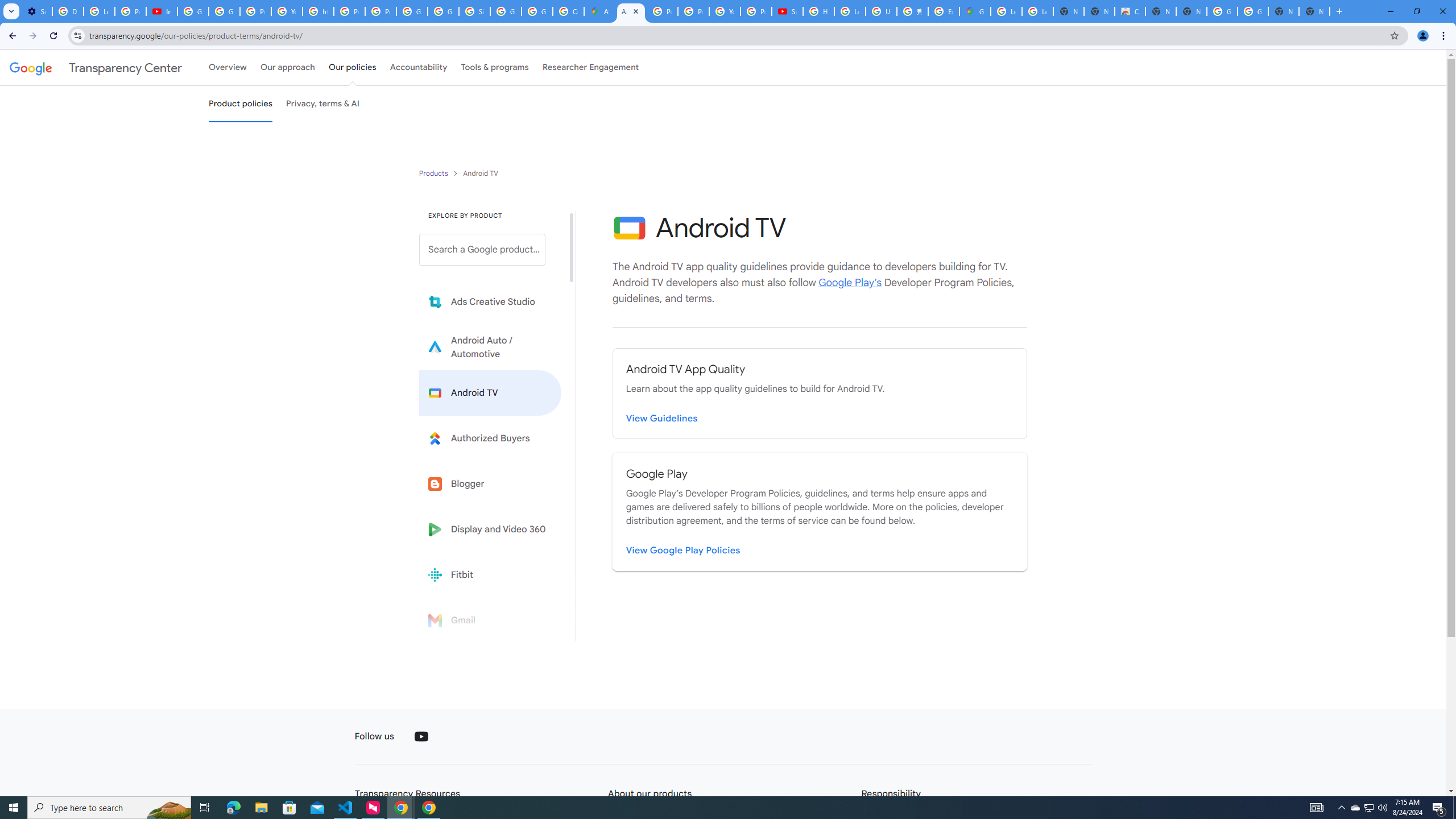  Describe the element at coordinates (418, 67) in the screenshot. I see `'Accountability'` at that location.